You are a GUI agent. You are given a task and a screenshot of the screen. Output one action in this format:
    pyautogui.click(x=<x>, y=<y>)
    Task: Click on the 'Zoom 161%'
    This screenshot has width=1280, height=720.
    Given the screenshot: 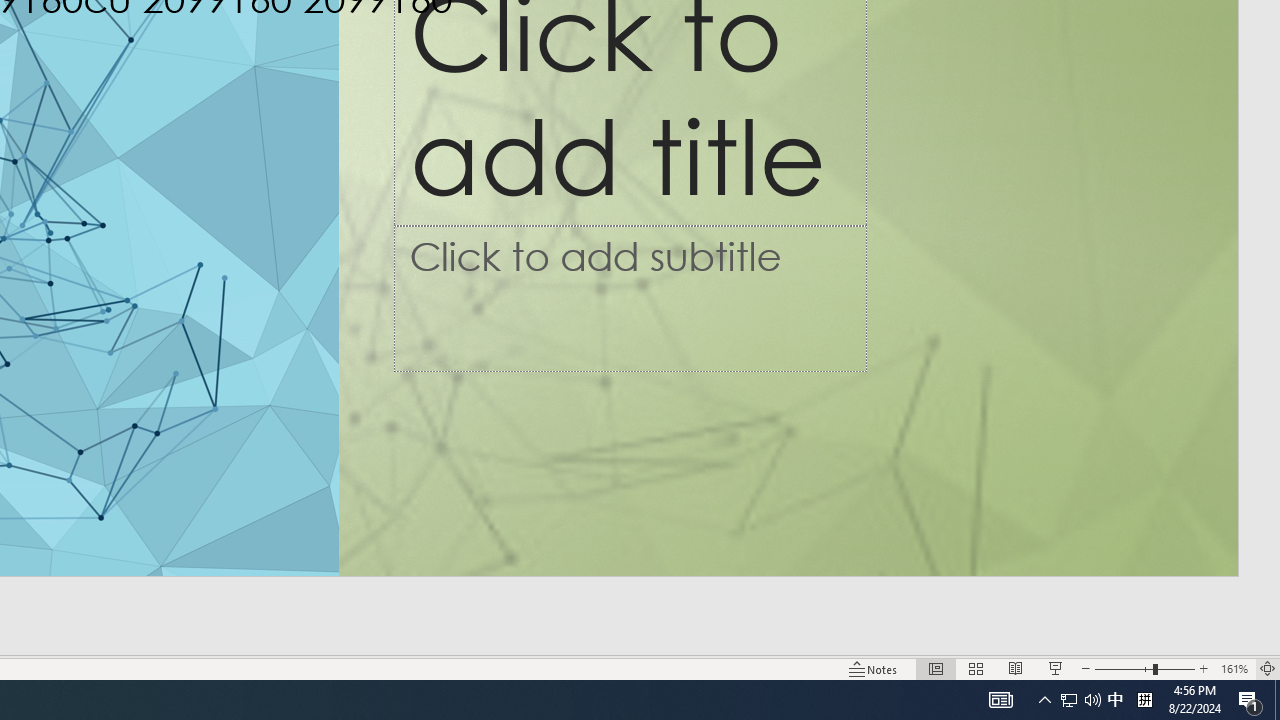 What is the action you would take?
    pyautogui.click(x=1233, y=669)
    